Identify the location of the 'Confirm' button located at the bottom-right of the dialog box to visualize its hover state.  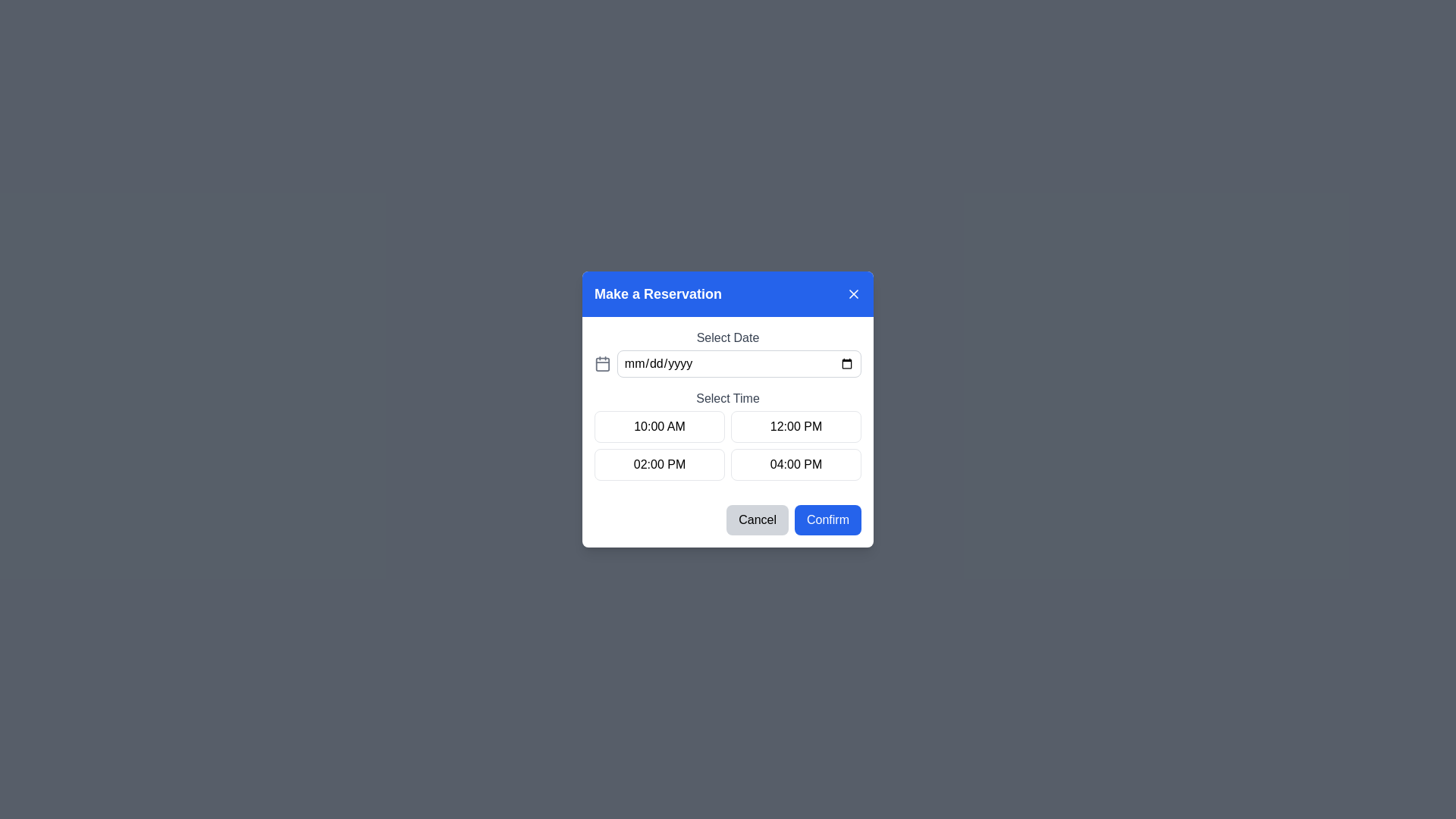
(827, 519).